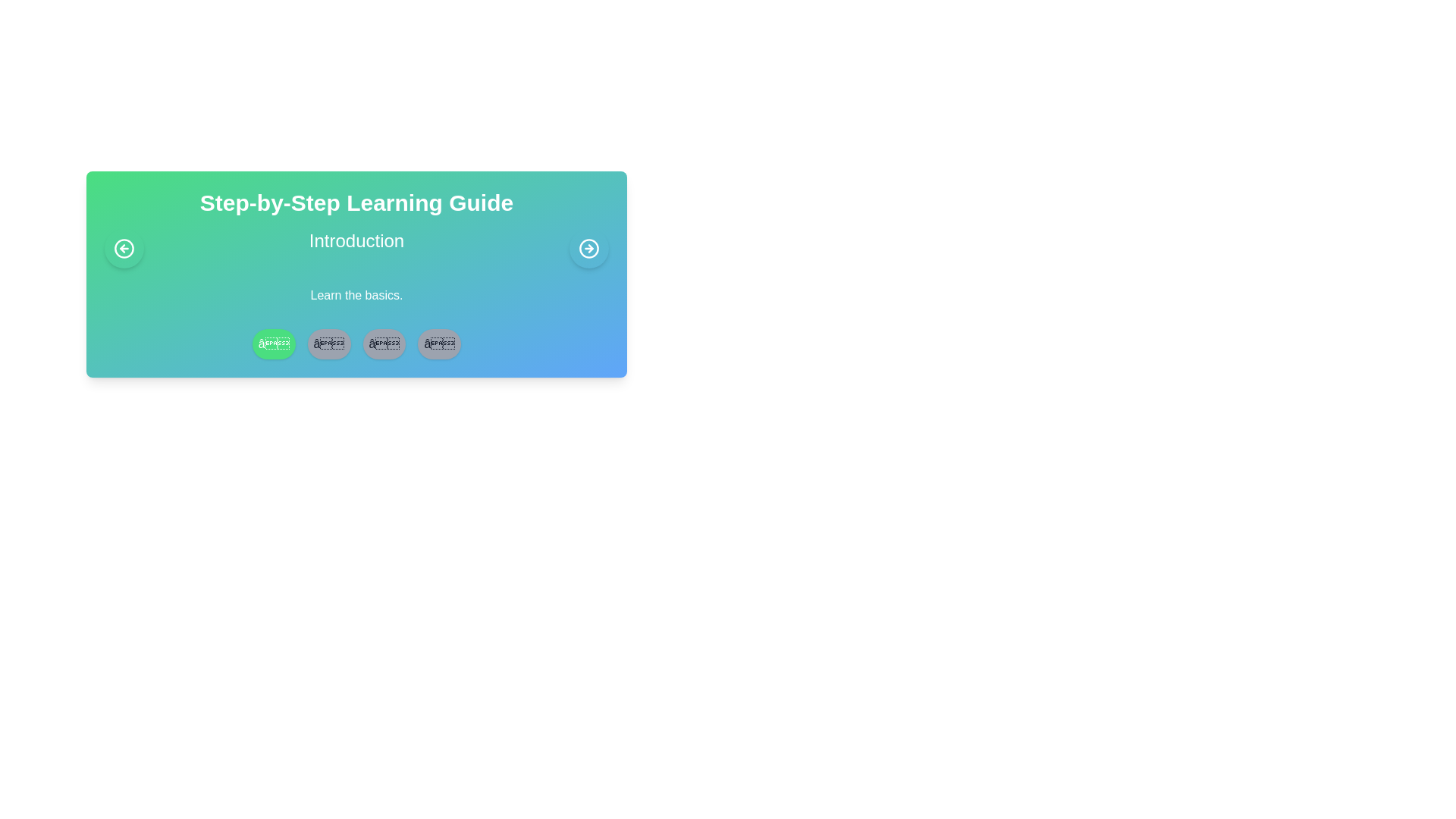 The width and height of the screenshot is (1456, 819). What do you see at coordinates (328, 344) in the screenshot?
I see `the second circular button with a gray background, located near the bottom of the main content area, below the 'Learn the basics' text` at bounding box center [328, 344].